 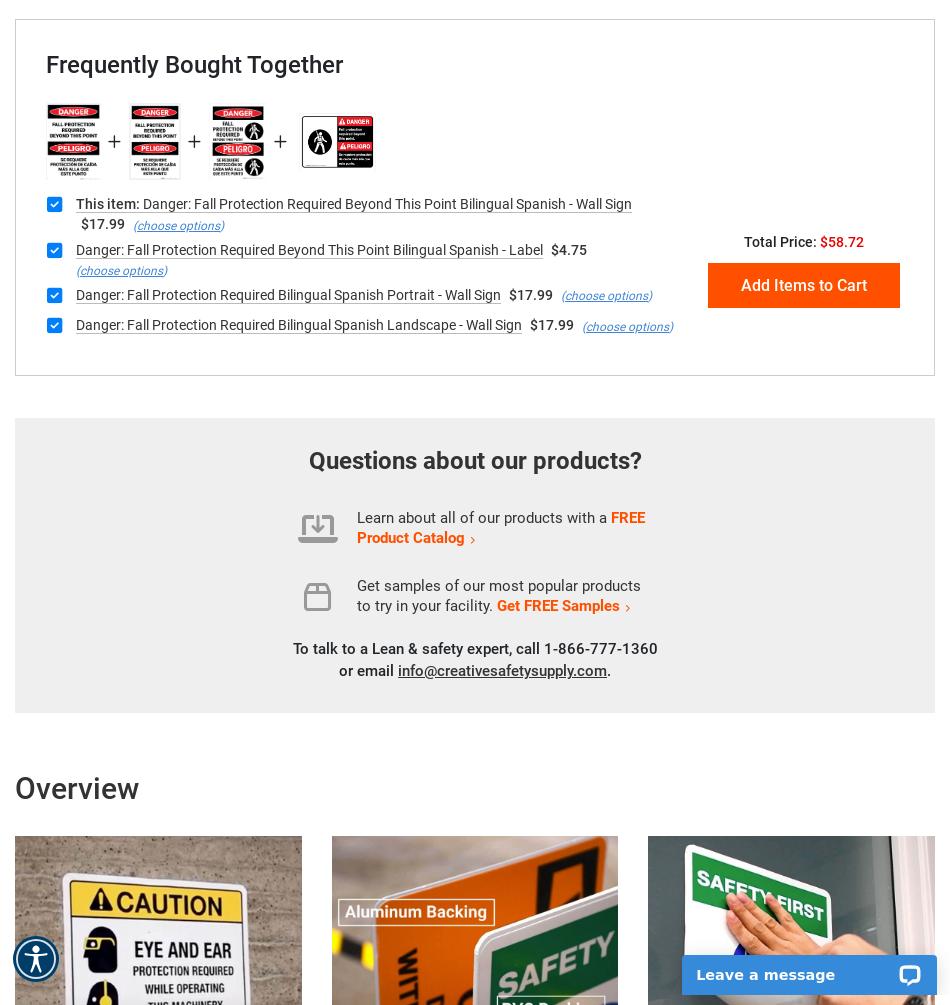 What do you see at coordinates (501, 526) in the screenshot?
I see `'FREE Product Catalog'` at bounding box center [501, 526].